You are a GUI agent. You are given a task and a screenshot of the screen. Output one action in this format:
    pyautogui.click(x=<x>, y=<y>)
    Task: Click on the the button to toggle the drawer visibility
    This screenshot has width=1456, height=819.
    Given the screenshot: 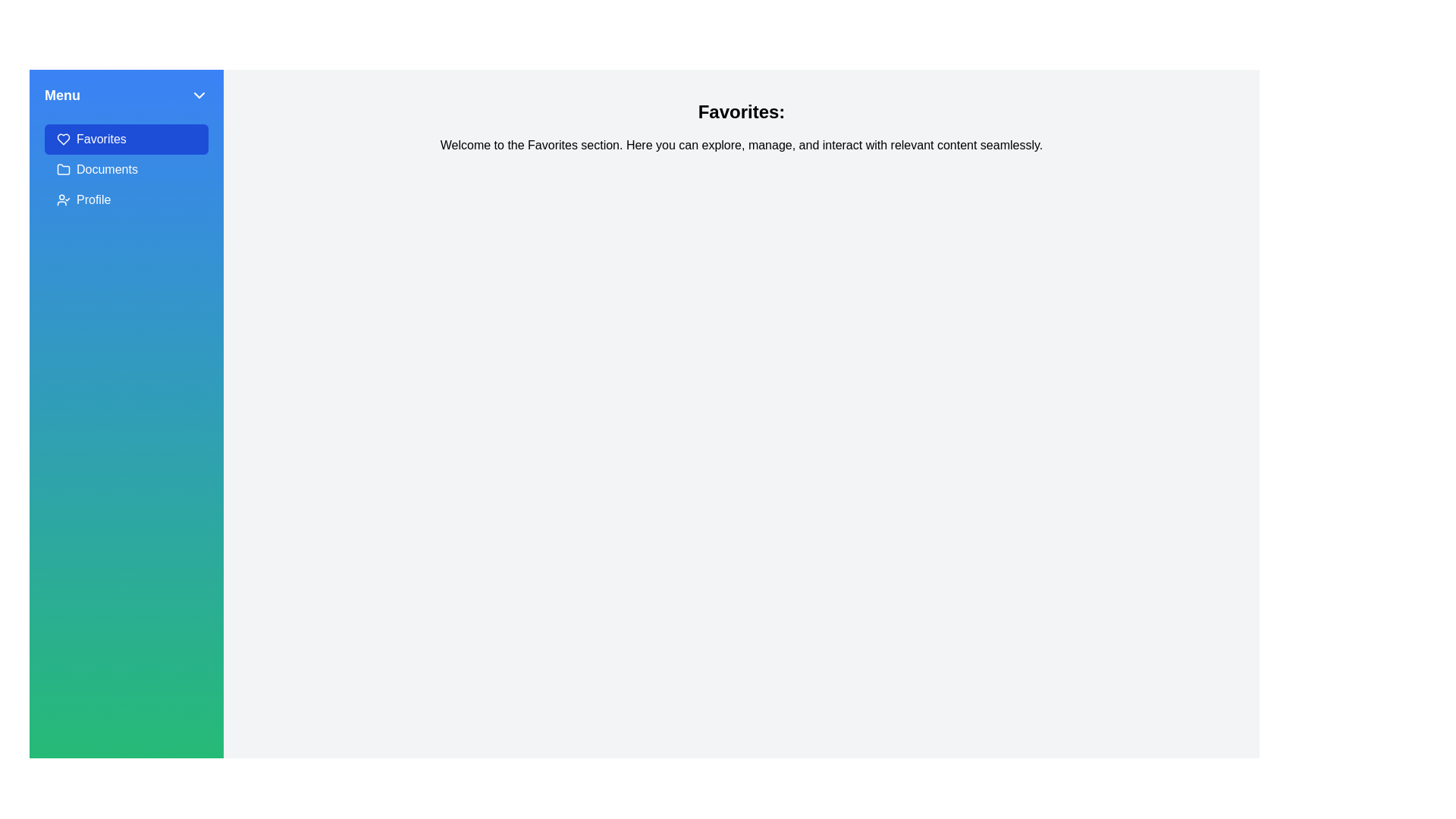 What is the action you would take?
    pyautogui.click(x=199, y=96)
    